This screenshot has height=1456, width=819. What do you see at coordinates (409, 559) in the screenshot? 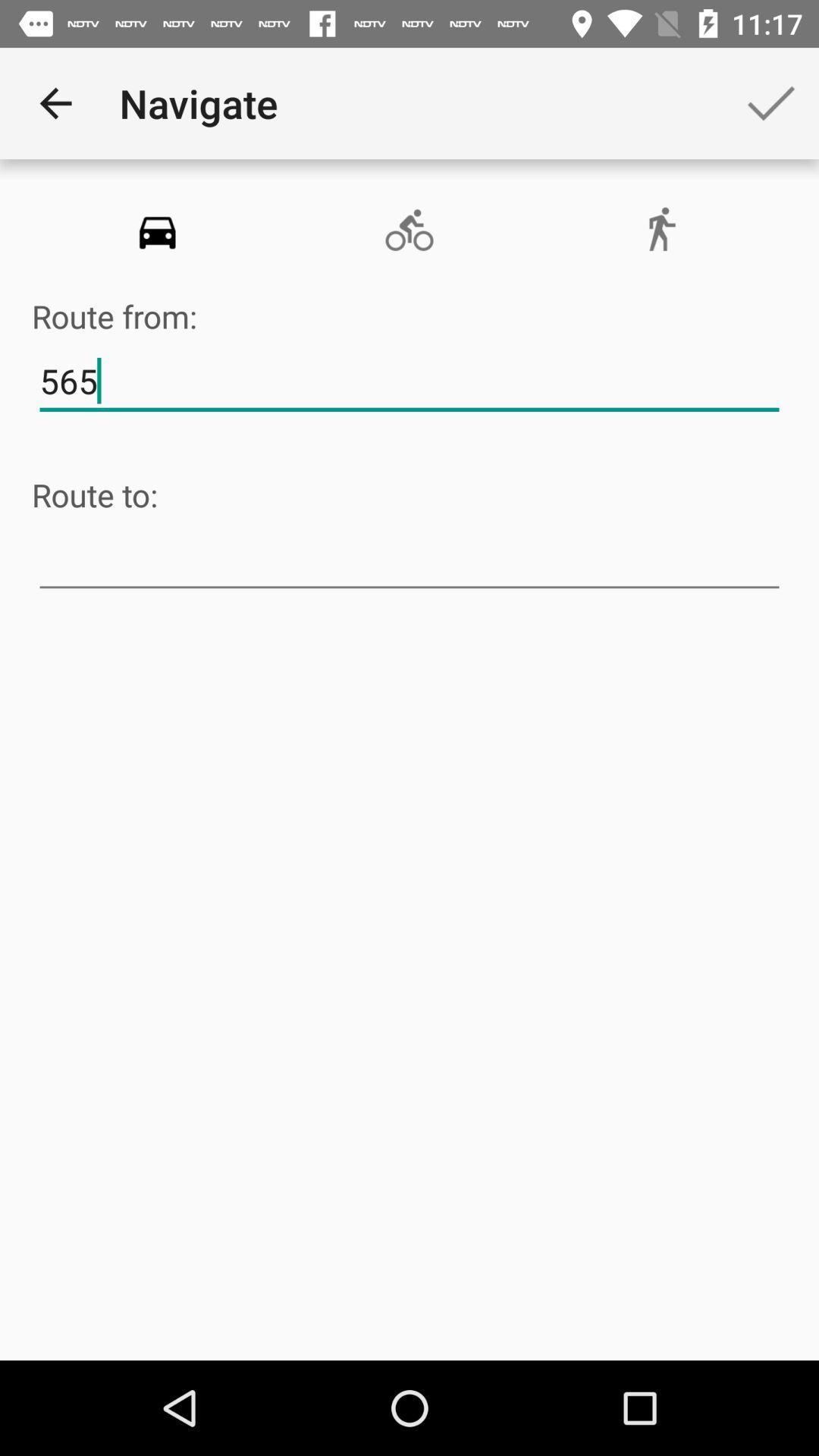
I see `item at the center` at bounding box center [409, 559].